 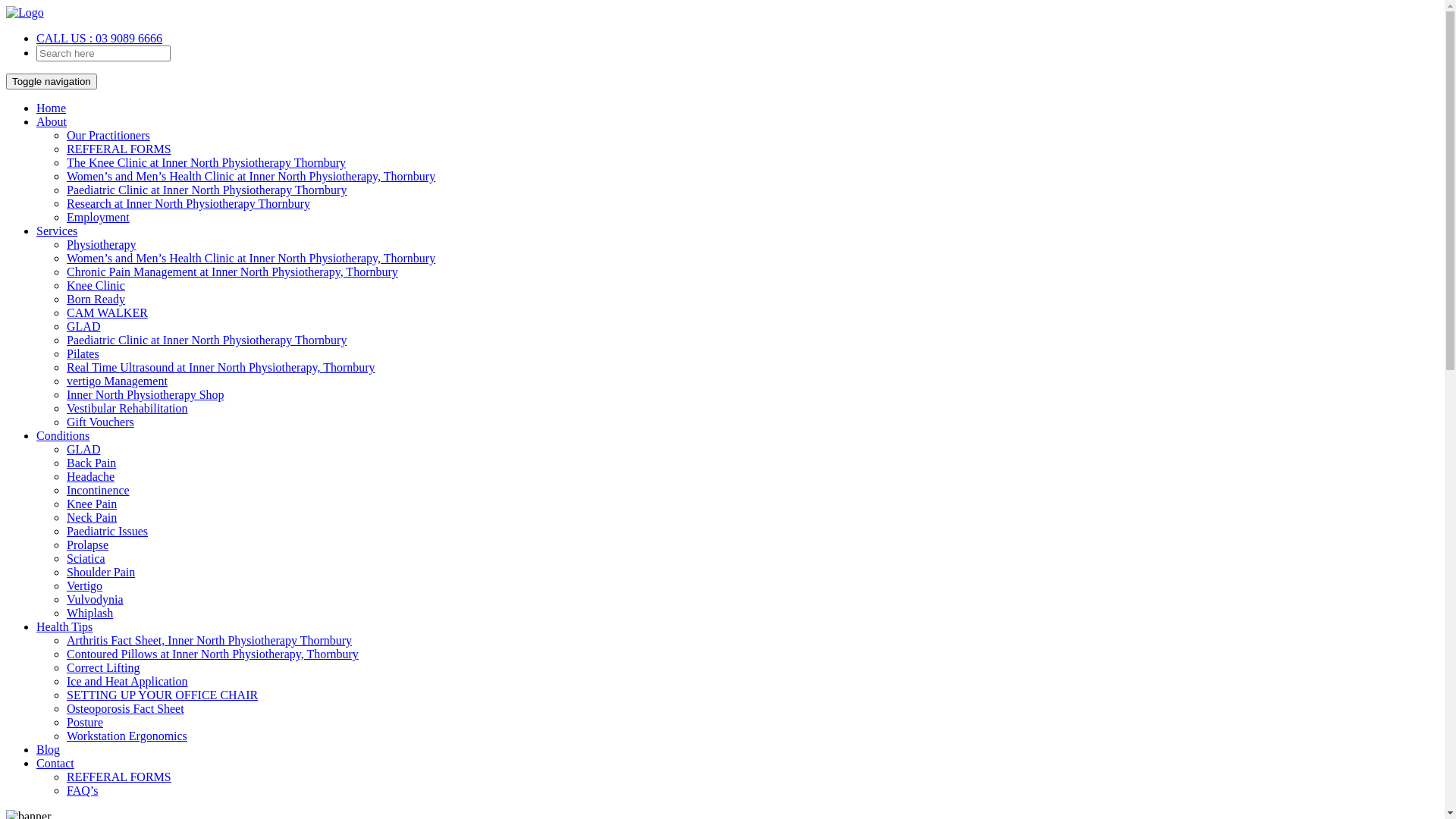 I want to click on 'REFFERAL FORMS', so click(x=118, y=777).